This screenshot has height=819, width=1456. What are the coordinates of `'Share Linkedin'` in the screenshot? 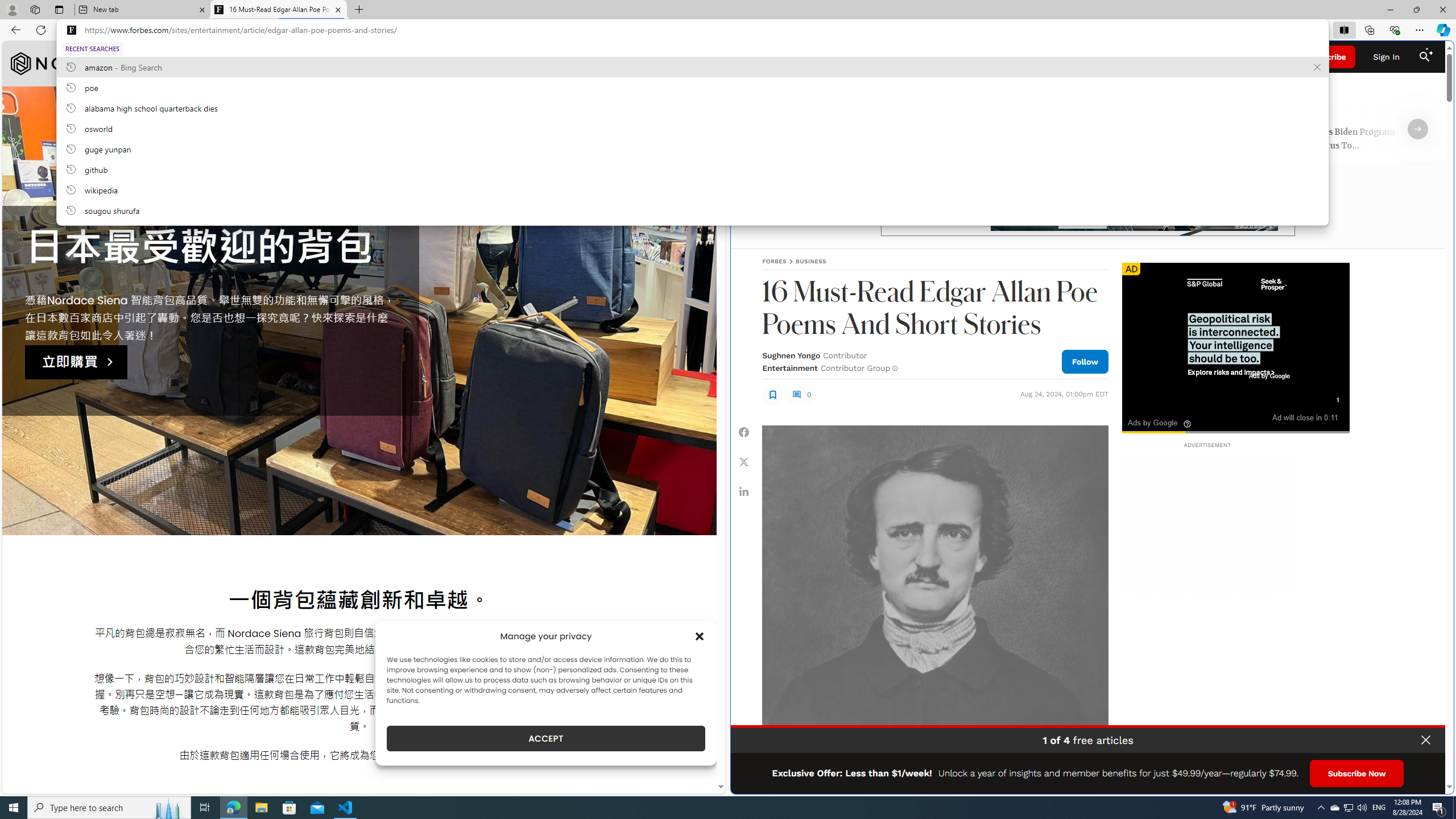 It's located at (744, 490).